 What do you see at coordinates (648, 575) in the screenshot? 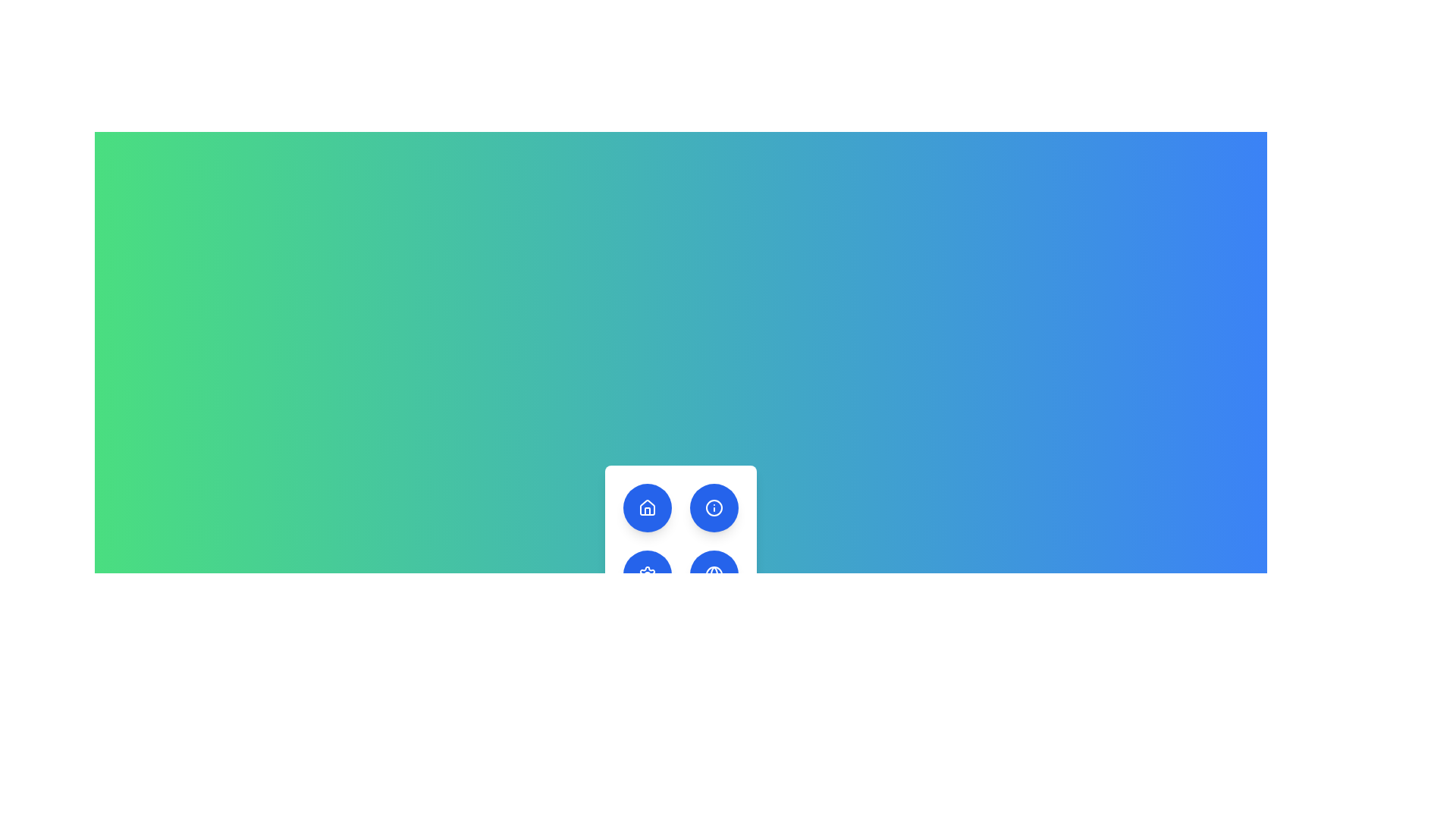
I see `the Icon button represented by a gear-like structure within a circular blue button, located in the bottom row, first column of a grid layout, for keyboard interaction` at bounding box center [648, 575].